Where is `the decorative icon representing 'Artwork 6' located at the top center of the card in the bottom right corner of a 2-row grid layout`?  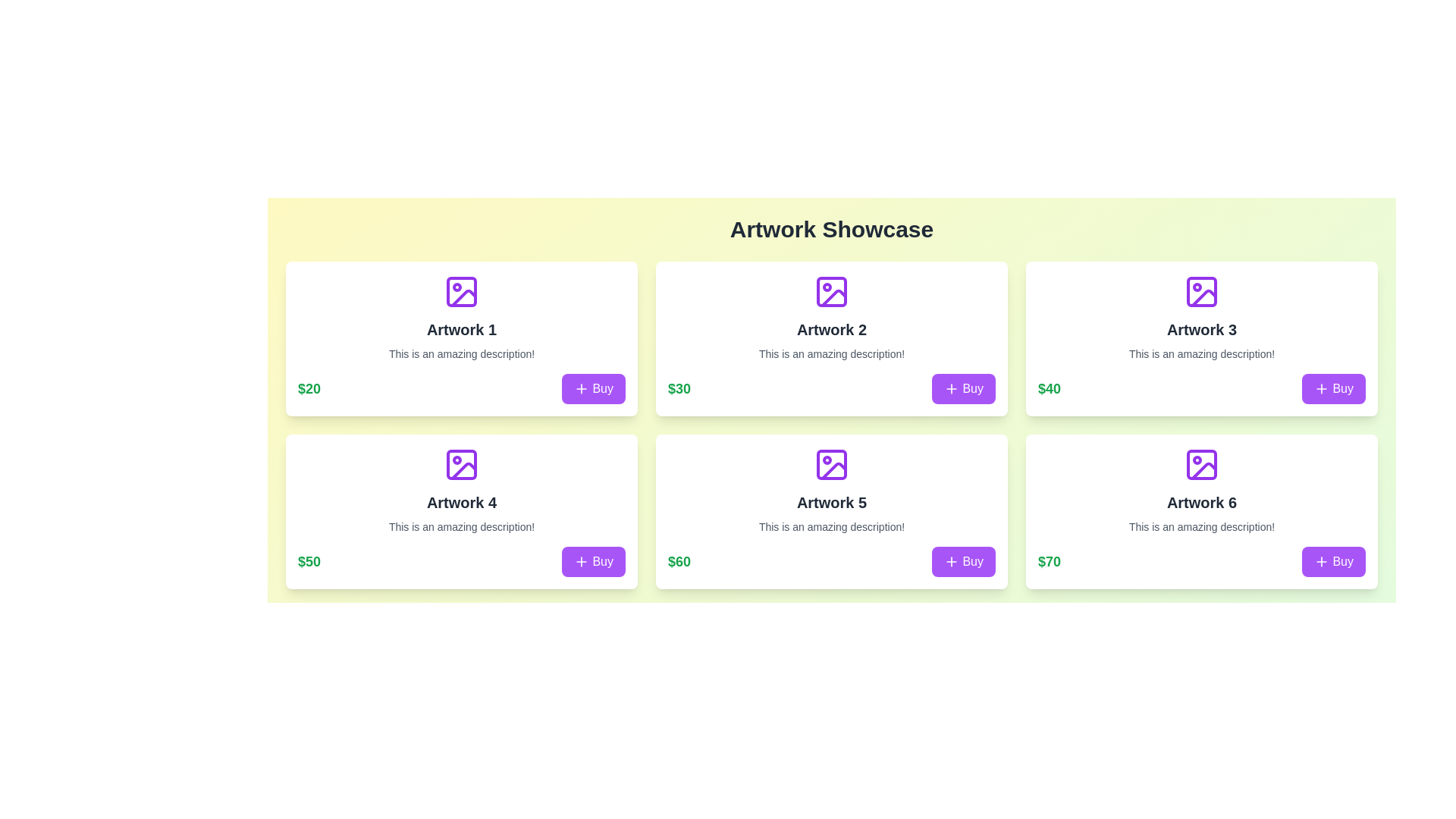
the decorative icon representing 'Artwork 6' located at the top center of the card in the bottom right corner of a 2-row grid layout is located at coordinates (1200, 464).